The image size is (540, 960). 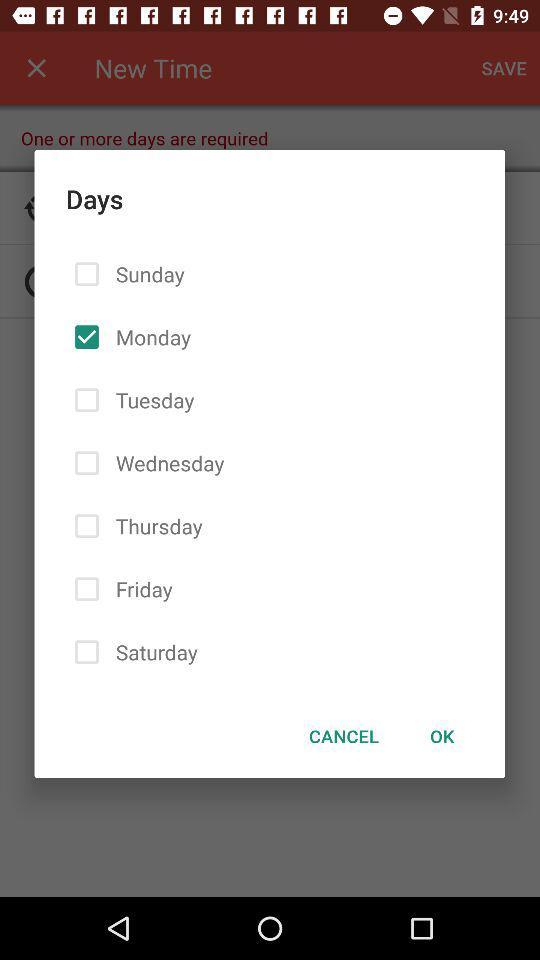 I want to click on the icon to the left of the ok icon, so click(x=343, y=735).